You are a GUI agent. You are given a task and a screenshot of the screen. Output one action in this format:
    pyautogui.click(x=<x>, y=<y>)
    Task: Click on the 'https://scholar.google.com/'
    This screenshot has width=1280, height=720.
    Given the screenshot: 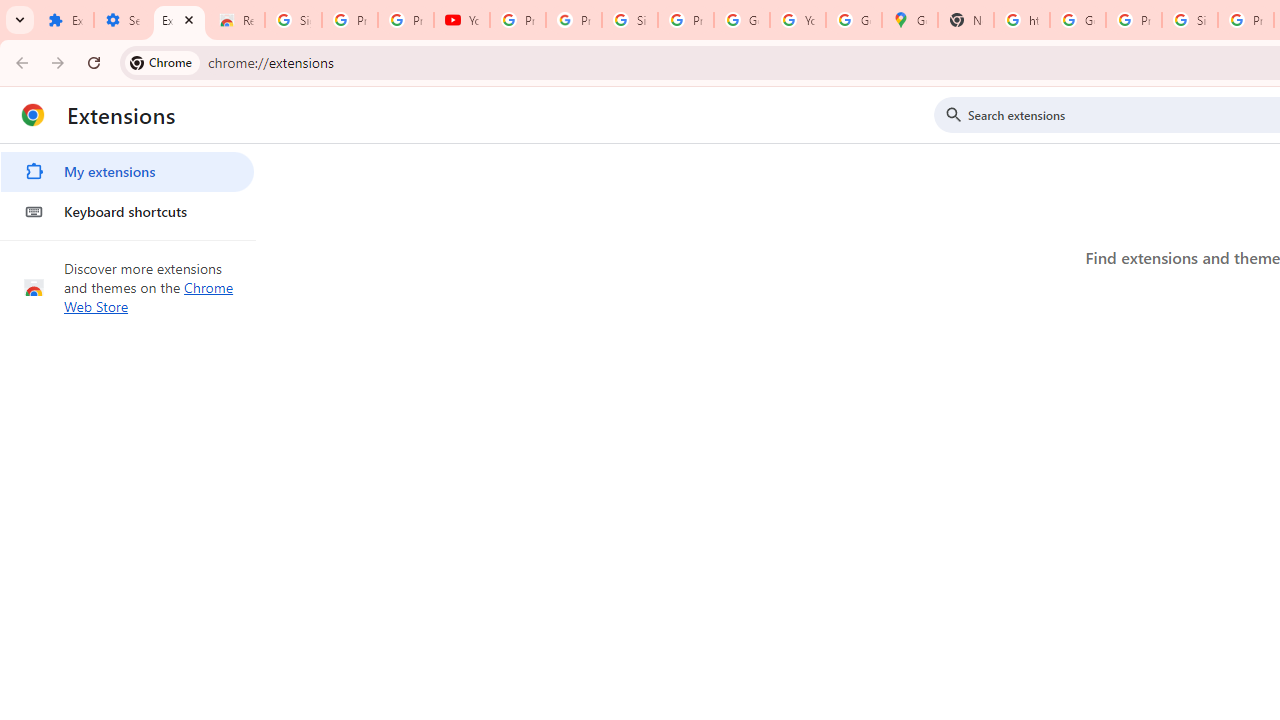 What is the action you would take?
    pyautogui.click(x=1022, y=20)
    